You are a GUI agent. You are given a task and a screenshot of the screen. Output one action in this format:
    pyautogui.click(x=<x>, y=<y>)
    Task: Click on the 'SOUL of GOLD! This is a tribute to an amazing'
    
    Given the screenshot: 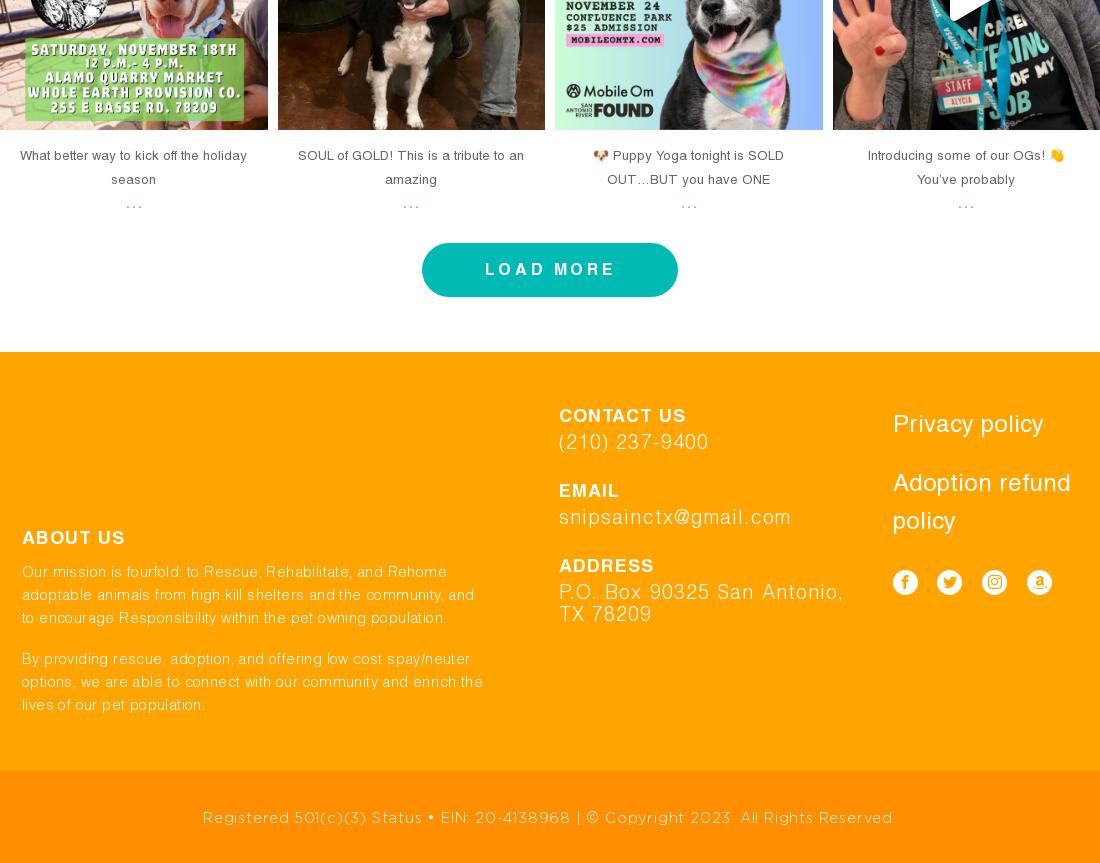 What is the action you would take?
    pyautogui.click(x=296, y=166)
    